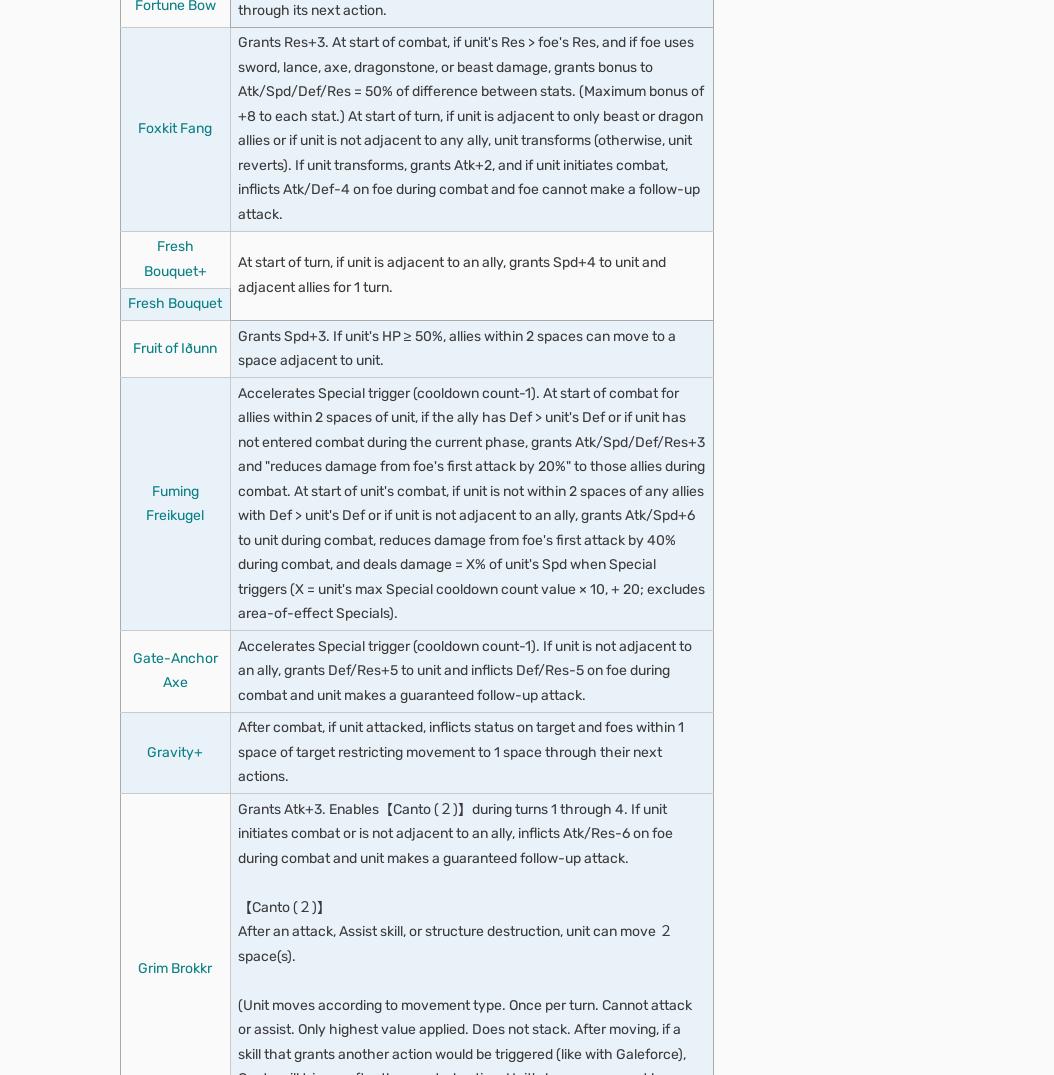  Describe the element at coordinates (112, 1006) in the screenshot. I see `'Muthead'` at that location.